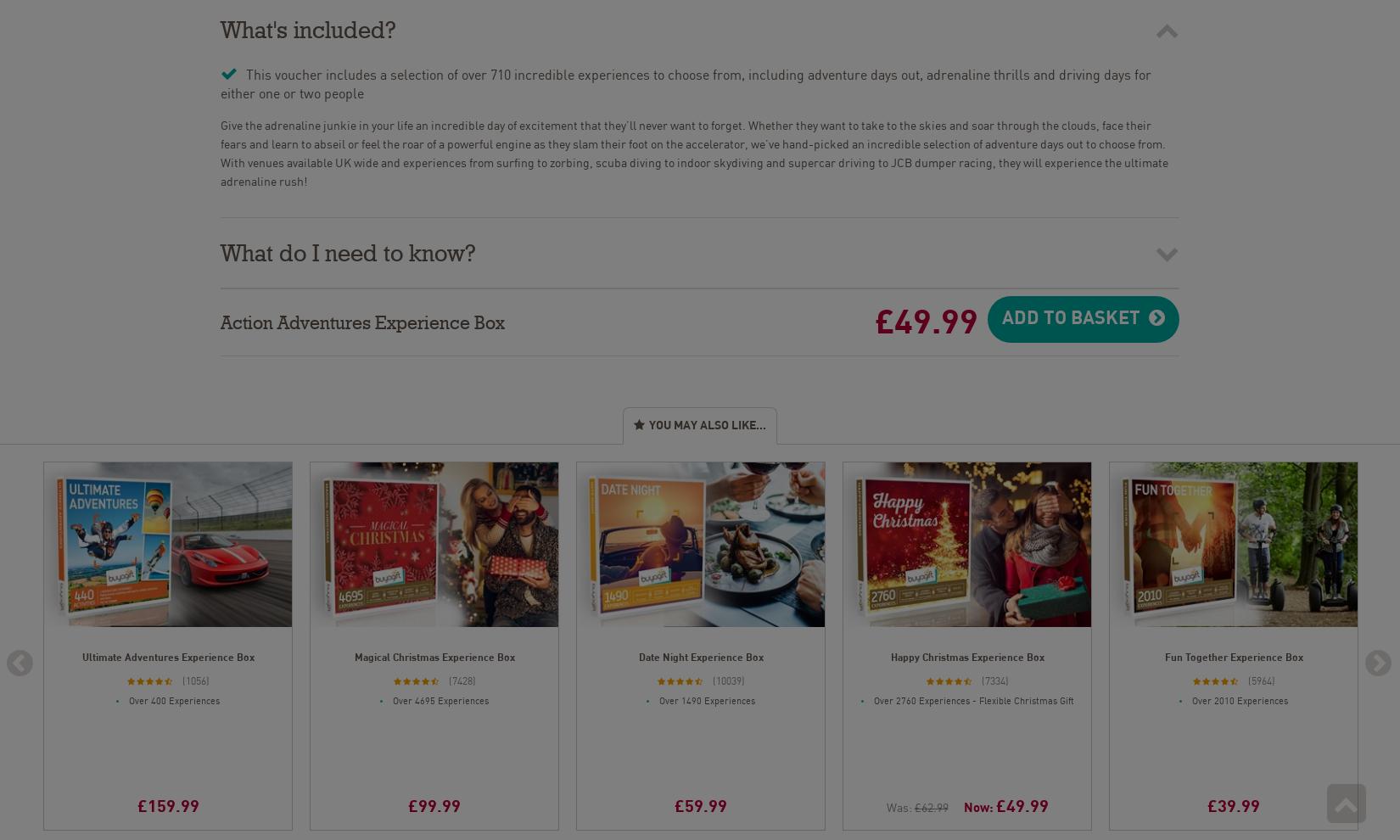 This screenshot has width=1400, height=840. What do you see at coordinates (308, 24) in the screenshot?
I see `'What's included?'` at bounding box center [308, 24].